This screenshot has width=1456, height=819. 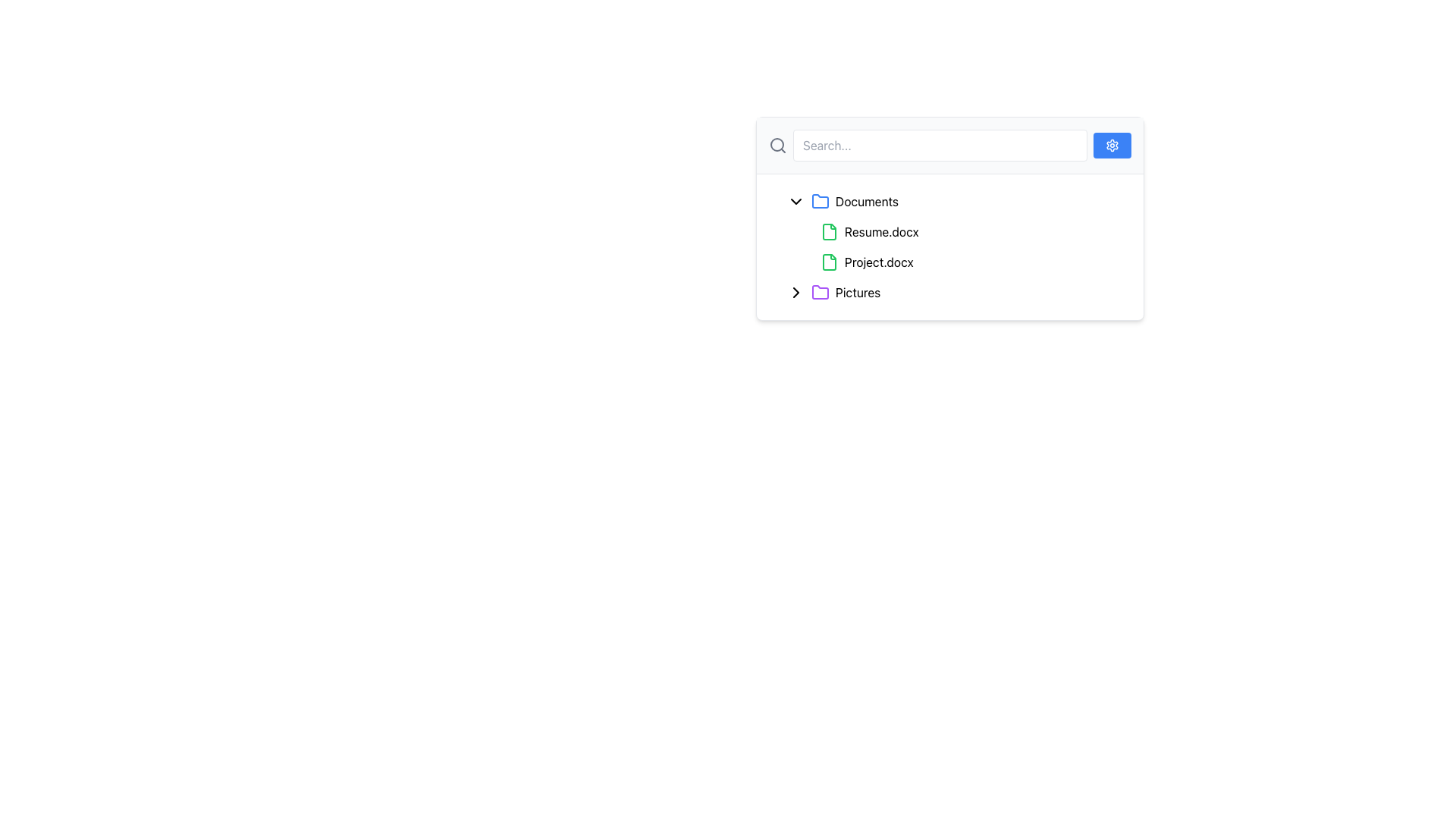 What do you see at coordinates (1112, 146) in the screenshot?
I see `the SVG Icon representing 'Settings' located in the upper-right section of the search bar interface` at bounding box center [1112, 146].